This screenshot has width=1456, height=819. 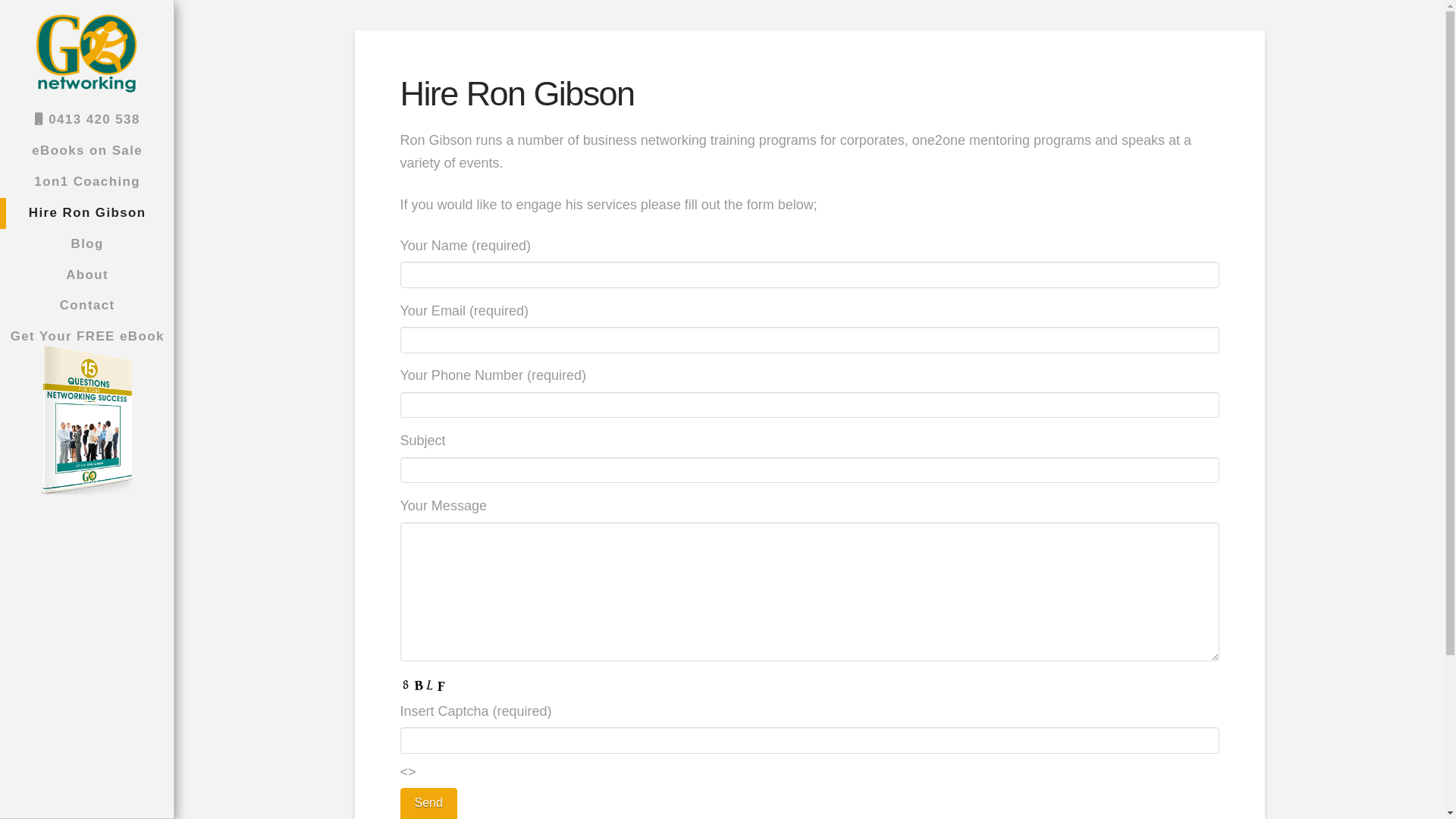 What do you see at coordinates (86, 119) in the screenshot?
I see `'0413 420 538'` at bounding box center [86, 119].